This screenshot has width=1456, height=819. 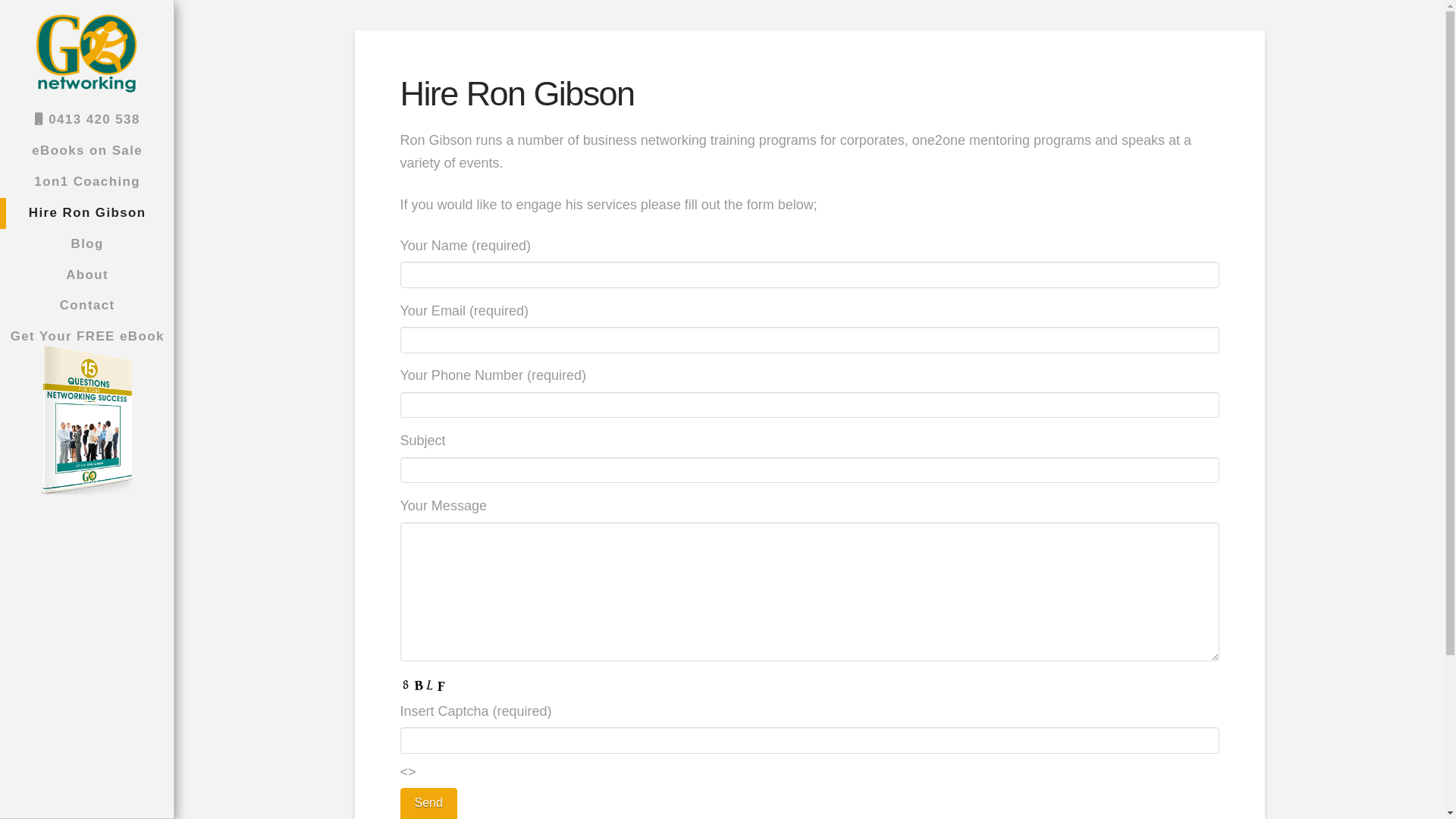 What do you see at coordinates (86, 119) in the screenshot?
I see `'0413 420 538'` at bounding box center [86, 119].